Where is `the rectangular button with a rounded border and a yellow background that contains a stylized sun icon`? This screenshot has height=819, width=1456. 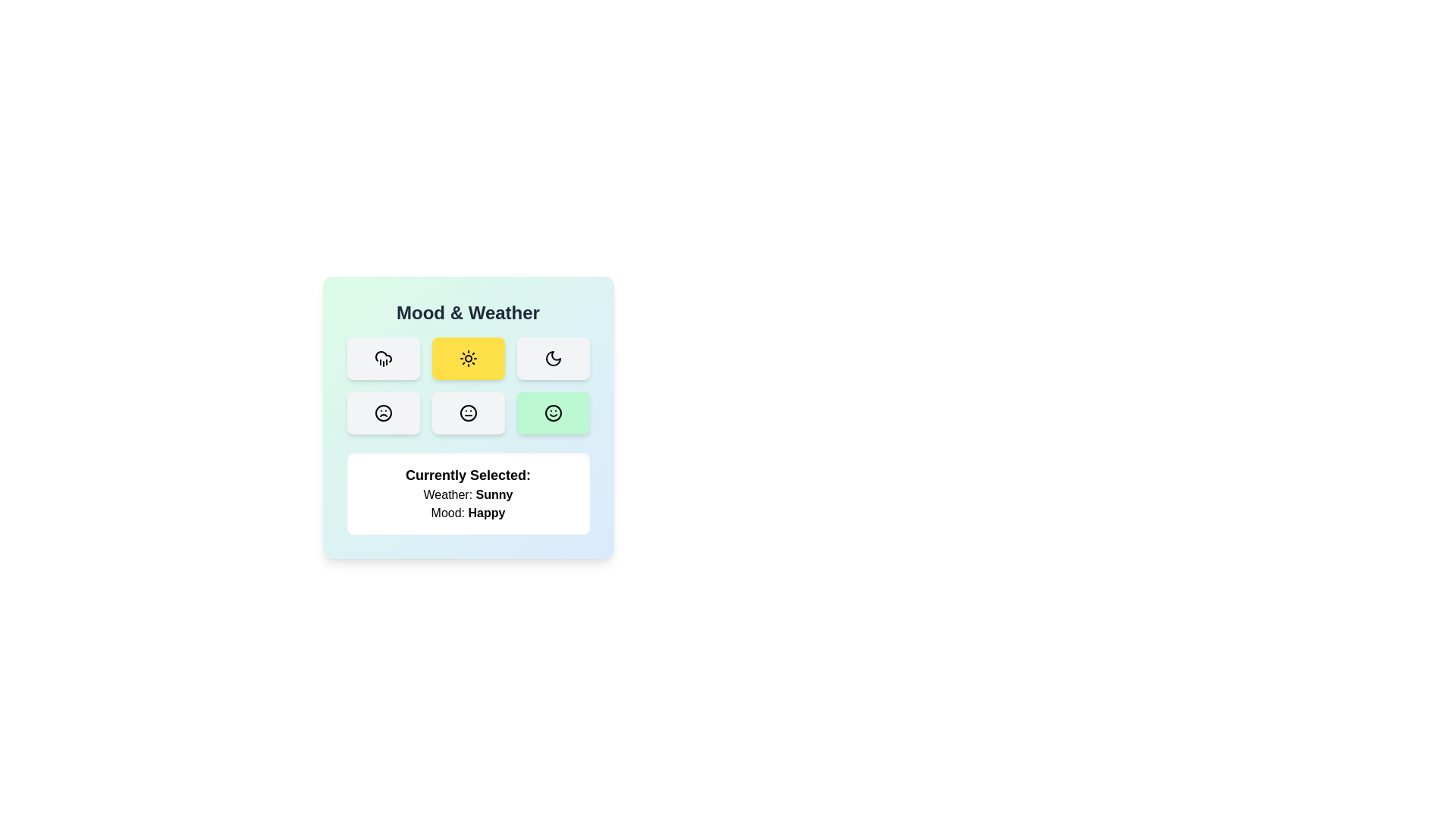
the rectangular button with a rounded border and a yellow background that contains a stylized sun icon is located at coordinates (467, 359).